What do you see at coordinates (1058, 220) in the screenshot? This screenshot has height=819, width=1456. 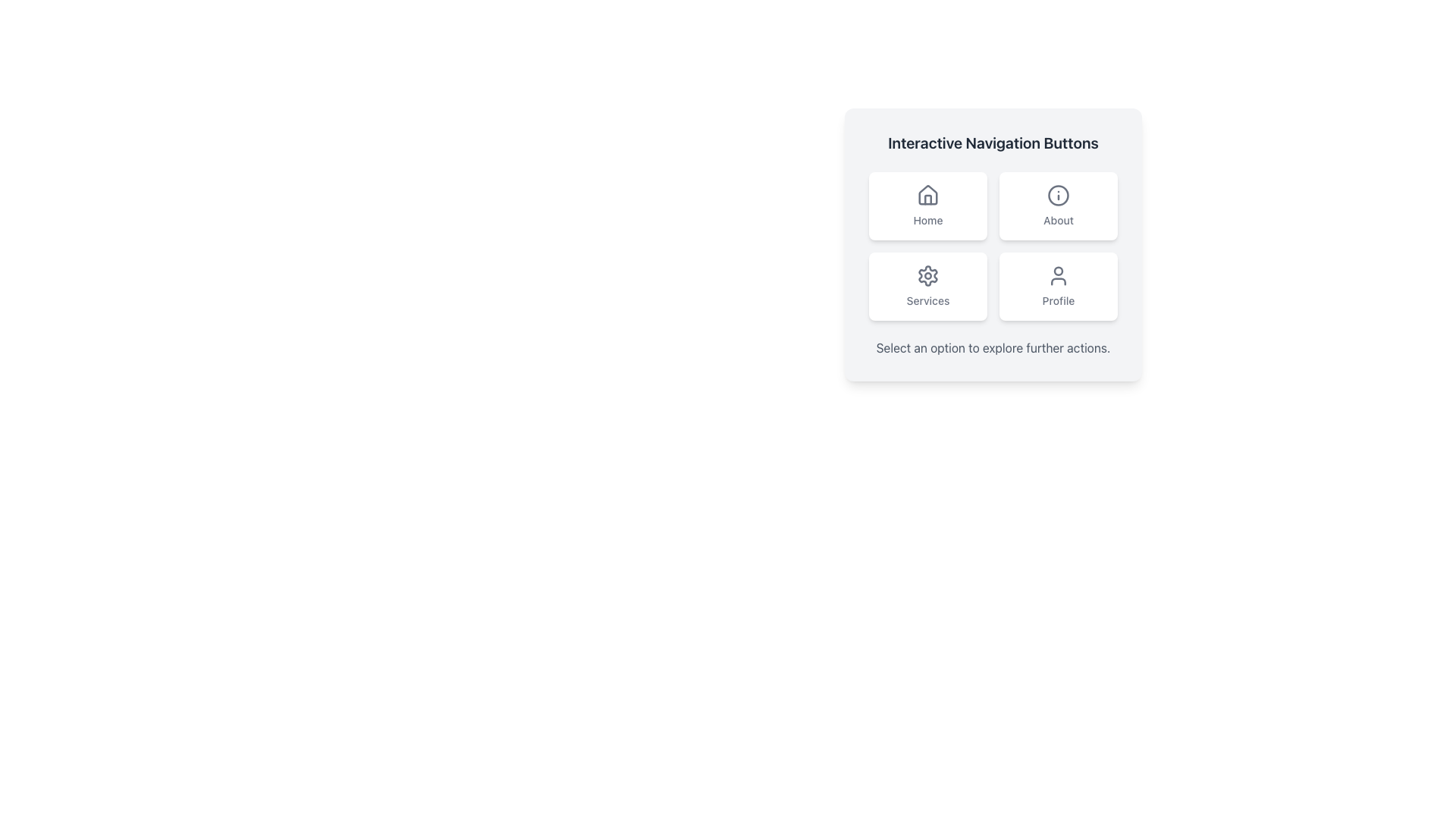 I see `the 'About' text label located at the bottom of the 'About' button in the top-right corner of the navigation button grid` at bounding box center [1058, 220].